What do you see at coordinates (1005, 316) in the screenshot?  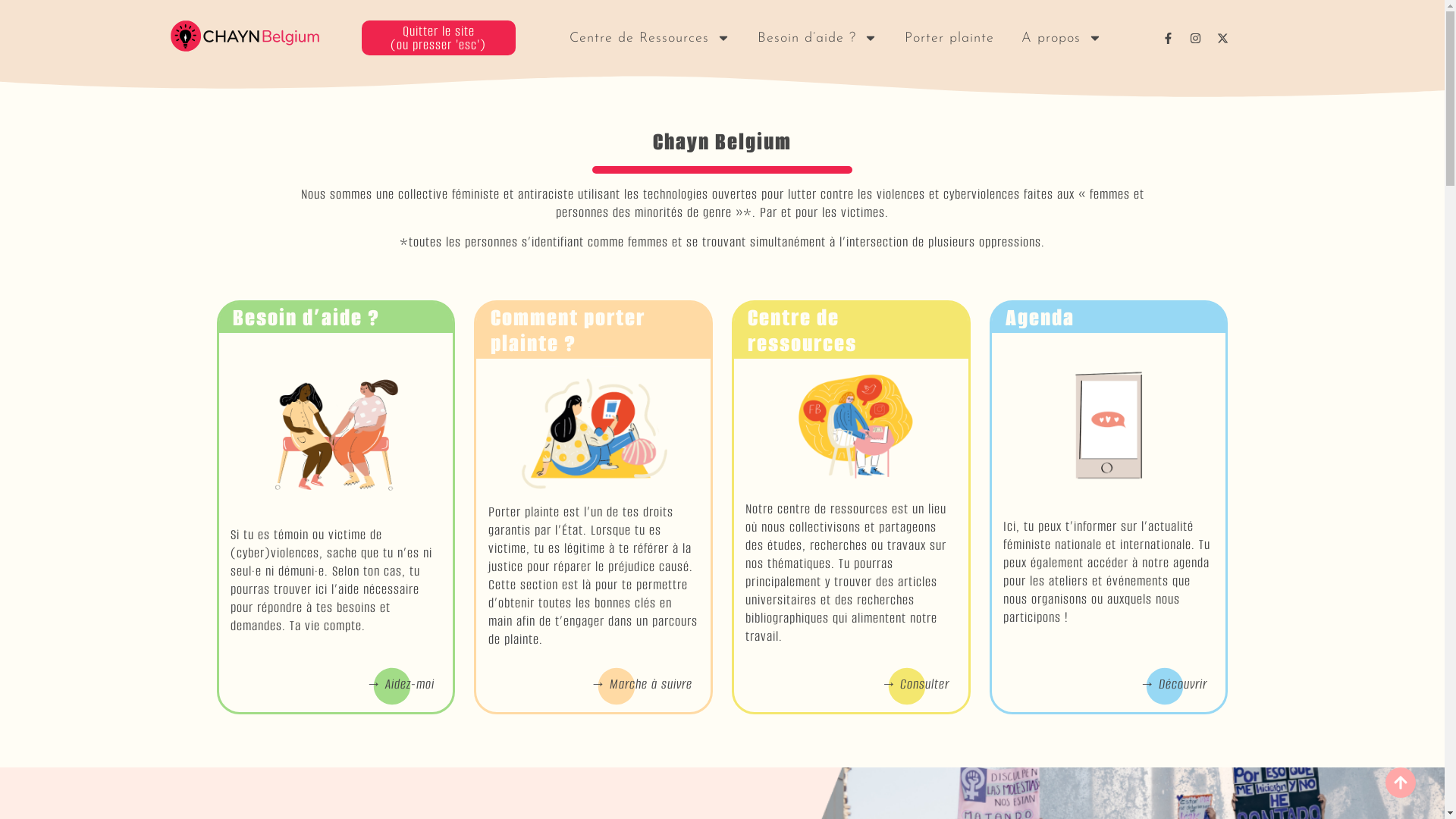 I see `'Agenda'` at bounding box center [1005, 316].